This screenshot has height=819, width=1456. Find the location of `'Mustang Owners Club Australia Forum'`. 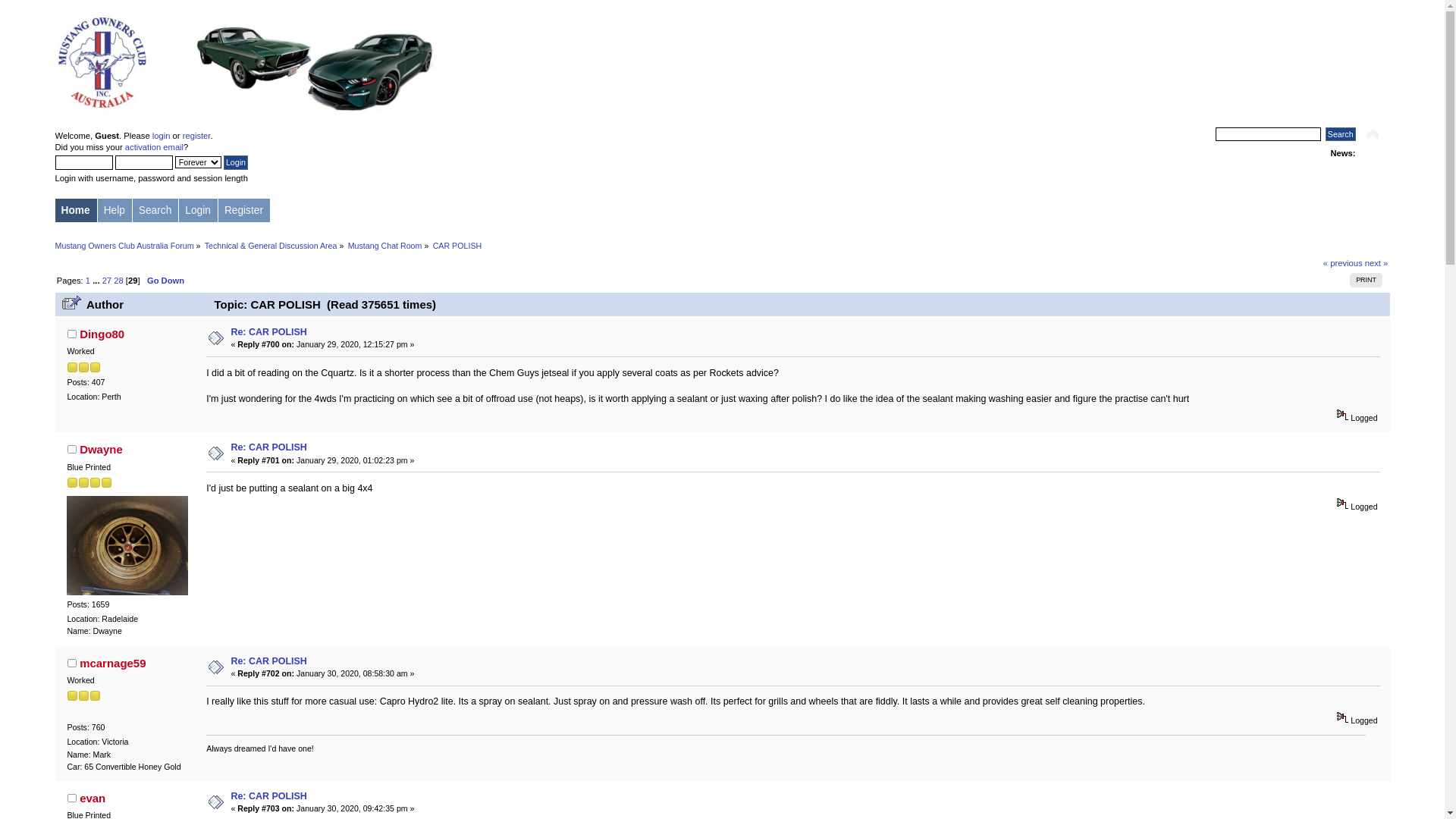

'Mustang Owners Club Australia Forum' is located at coordinates (124, 245).